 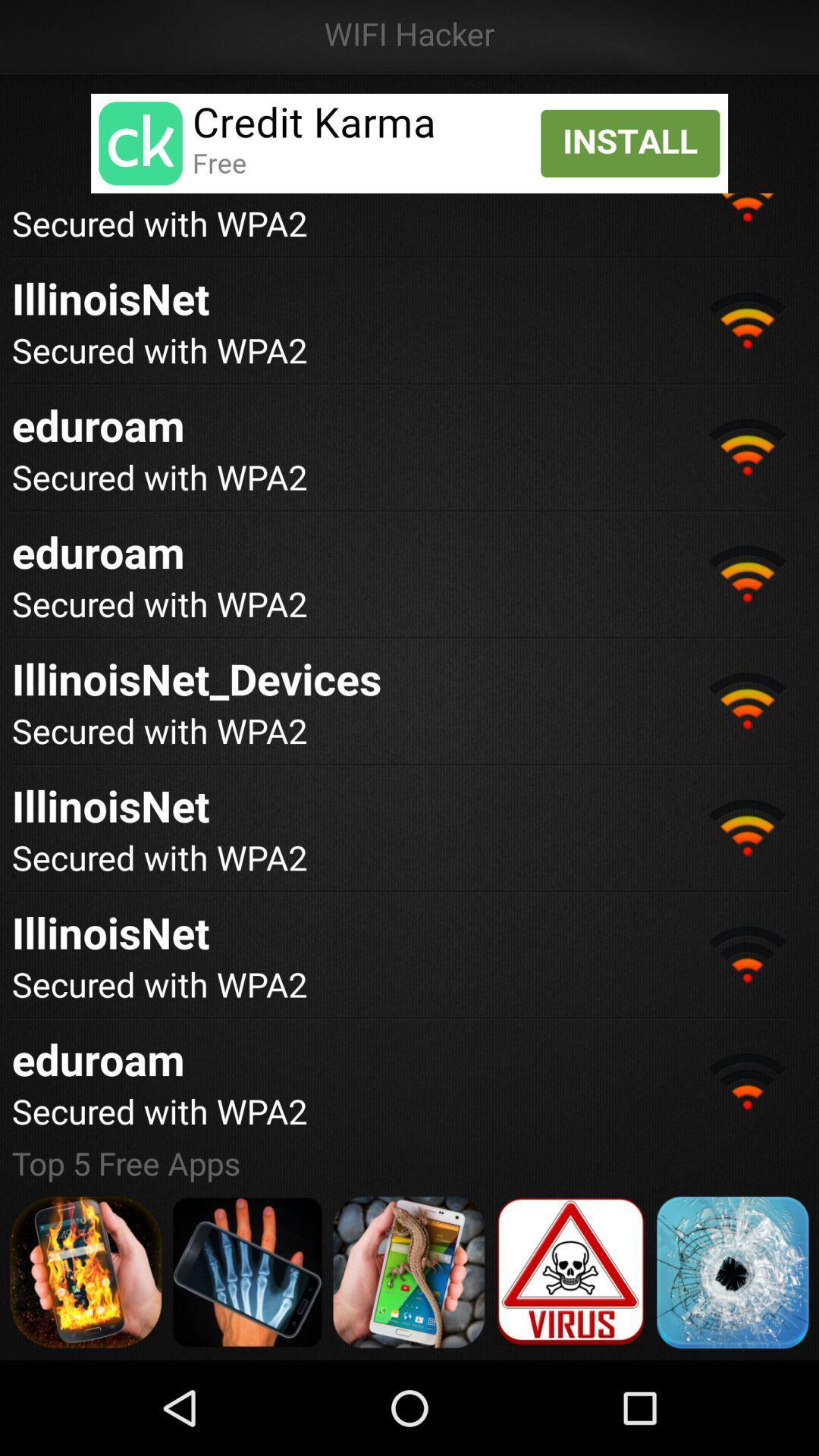 What do you see at coordinates (570, 1272) in the screenshot?
I see `anti virus application` at bounding box center [570, 1272].